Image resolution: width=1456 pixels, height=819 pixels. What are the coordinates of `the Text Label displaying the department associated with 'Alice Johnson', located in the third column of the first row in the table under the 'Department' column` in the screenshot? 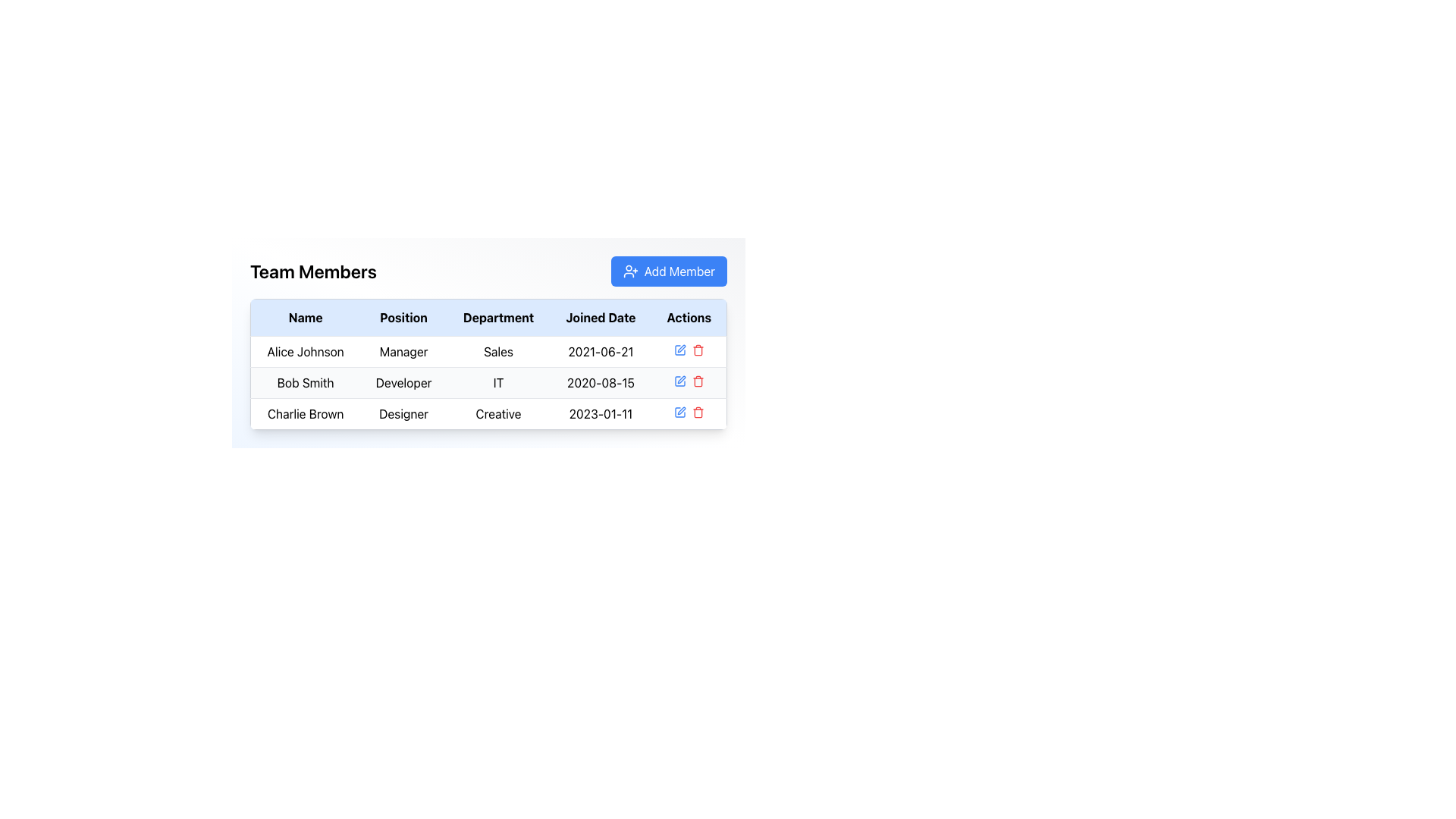 It's located at (498, 351).